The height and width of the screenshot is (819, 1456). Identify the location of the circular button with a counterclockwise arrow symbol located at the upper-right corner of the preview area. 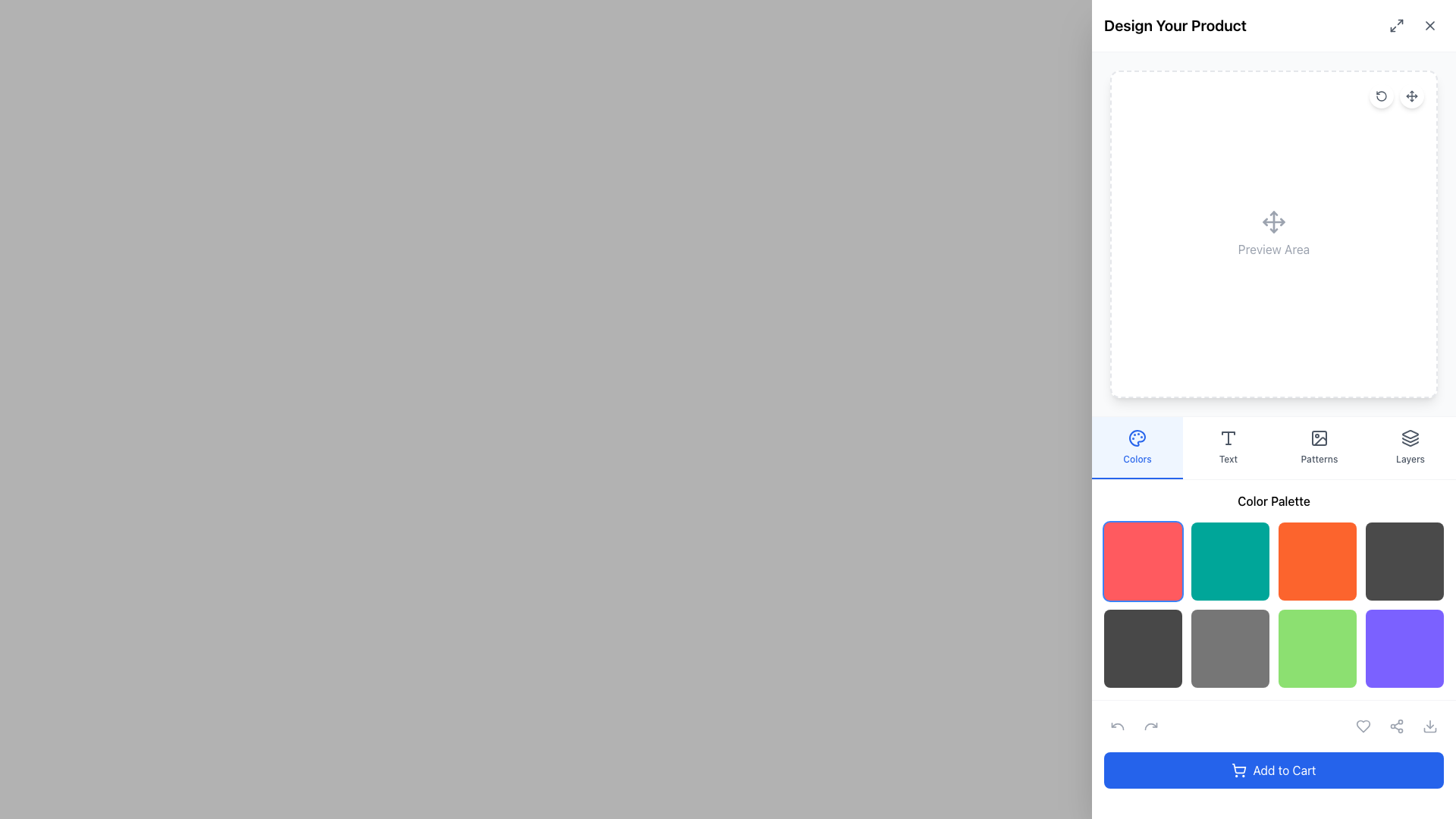
(1382, 96).